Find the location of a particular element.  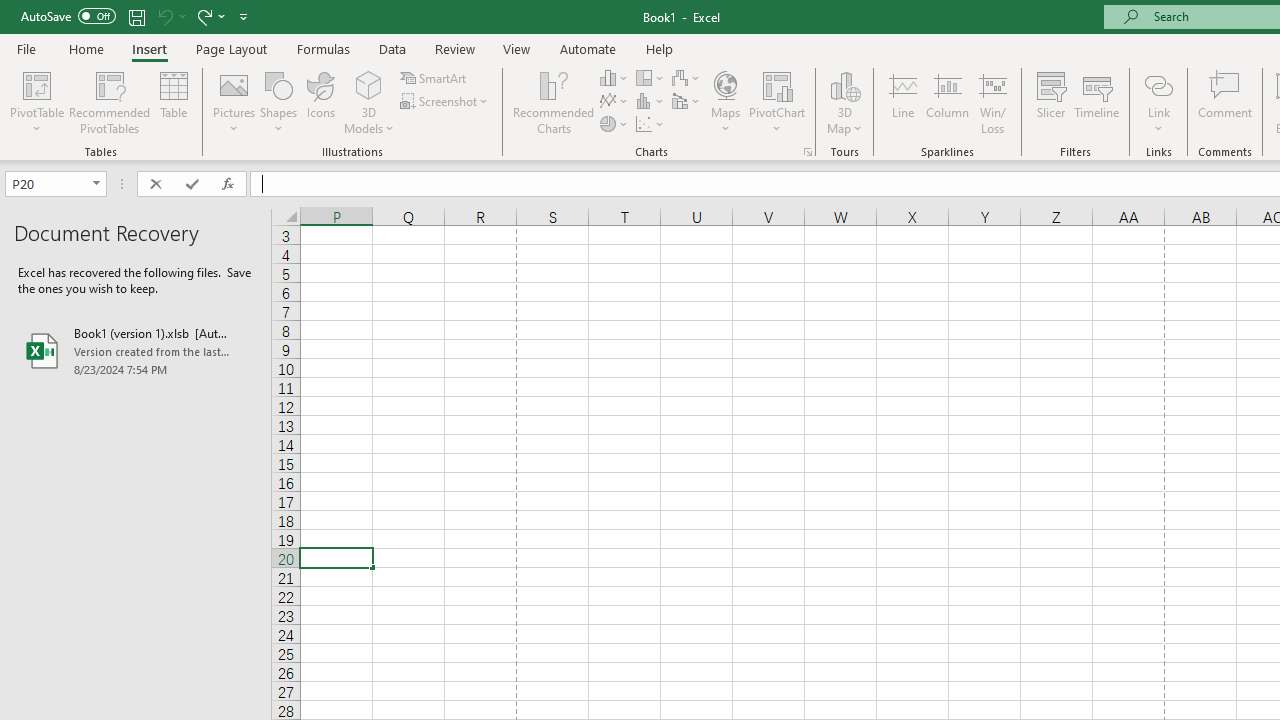

'Slicer...' is located at coordinates (1050, 103).